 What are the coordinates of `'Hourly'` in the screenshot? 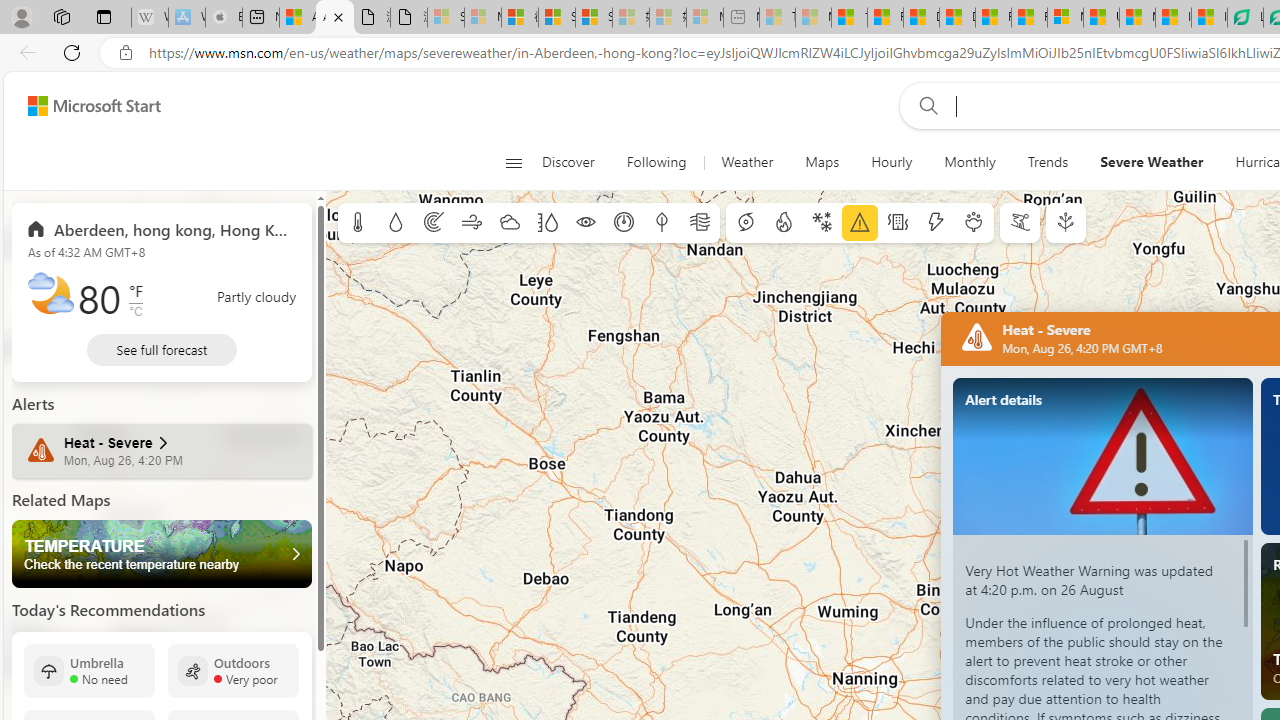 It's located at (891, 162).